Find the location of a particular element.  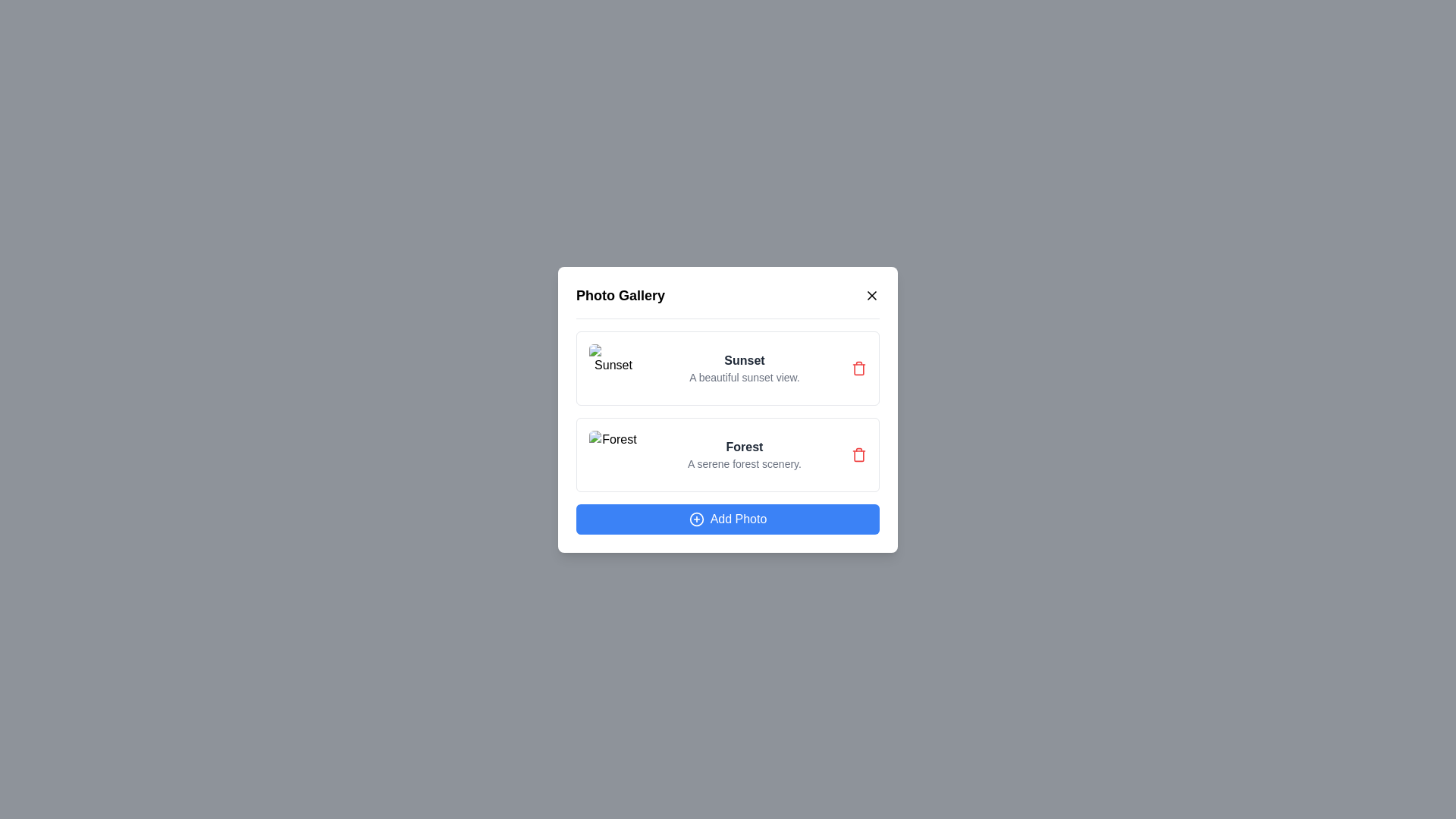

header text element that serves as the title for the photo gallery modal, positioned at the top-left corner of the modal is located at coordinates (620, 295).